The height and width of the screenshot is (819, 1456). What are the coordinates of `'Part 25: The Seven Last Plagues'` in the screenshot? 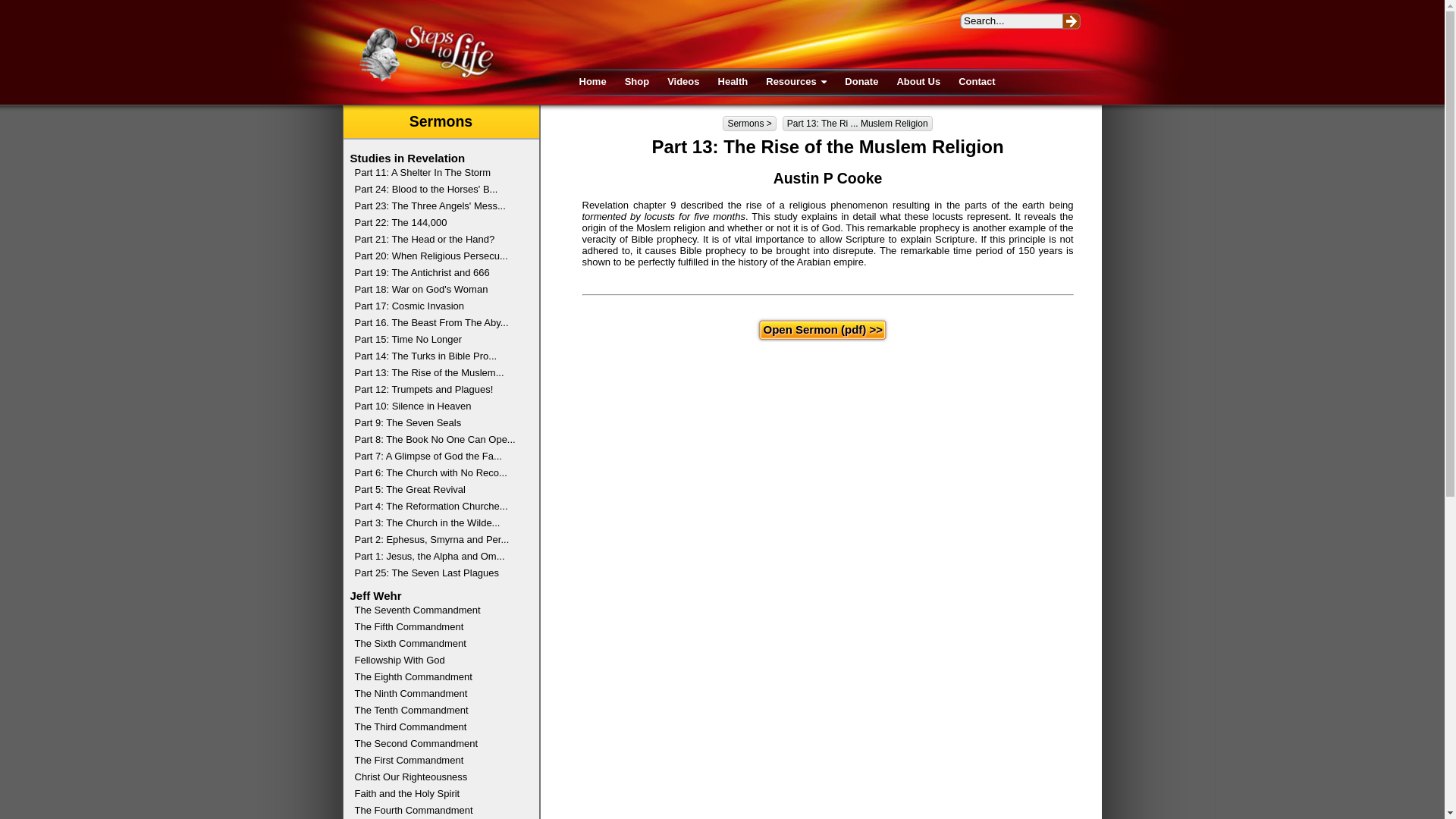 It's located at (435, 575).